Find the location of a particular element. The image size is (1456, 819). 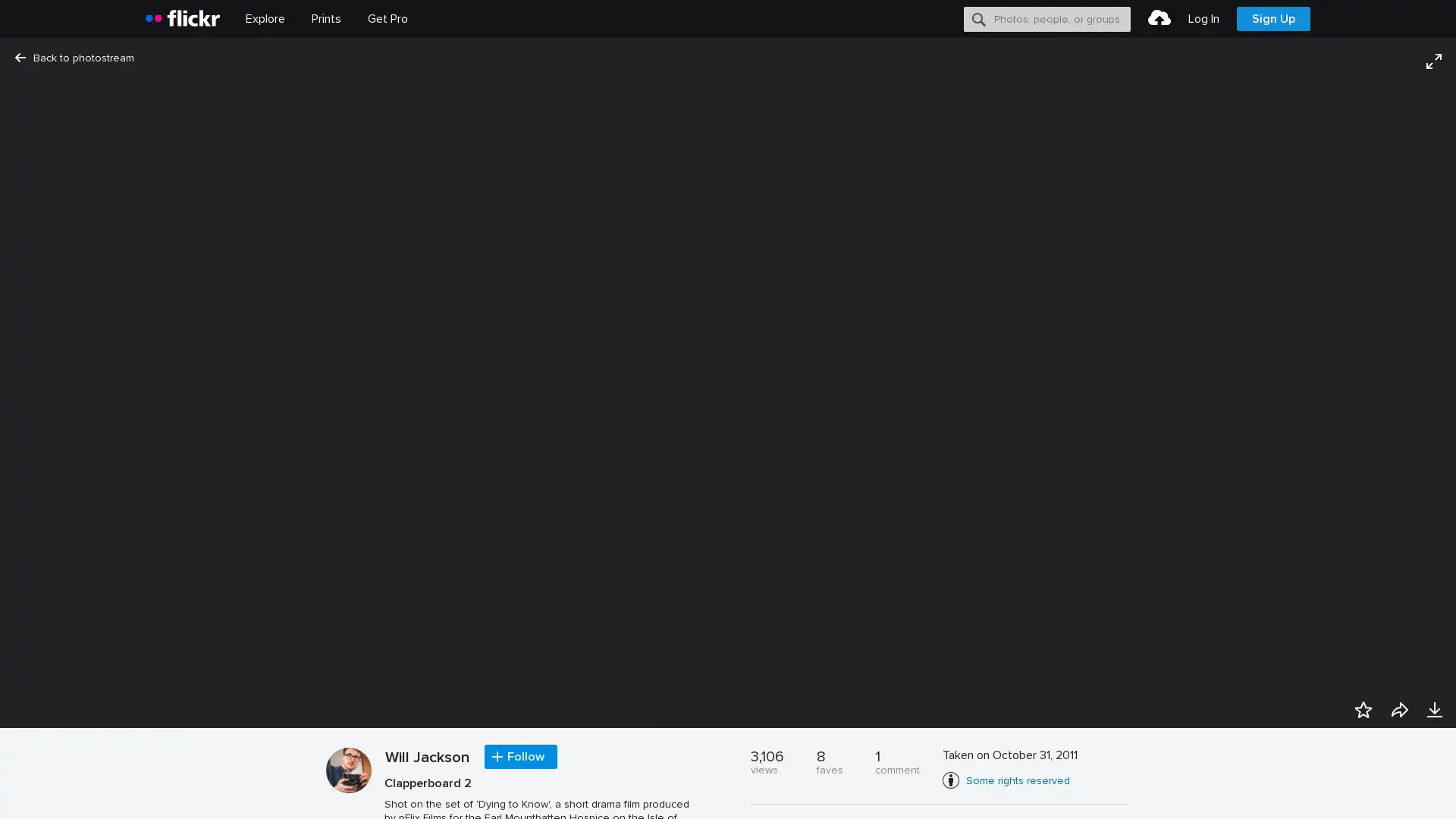

Follow is located at coordinates (520, 757).